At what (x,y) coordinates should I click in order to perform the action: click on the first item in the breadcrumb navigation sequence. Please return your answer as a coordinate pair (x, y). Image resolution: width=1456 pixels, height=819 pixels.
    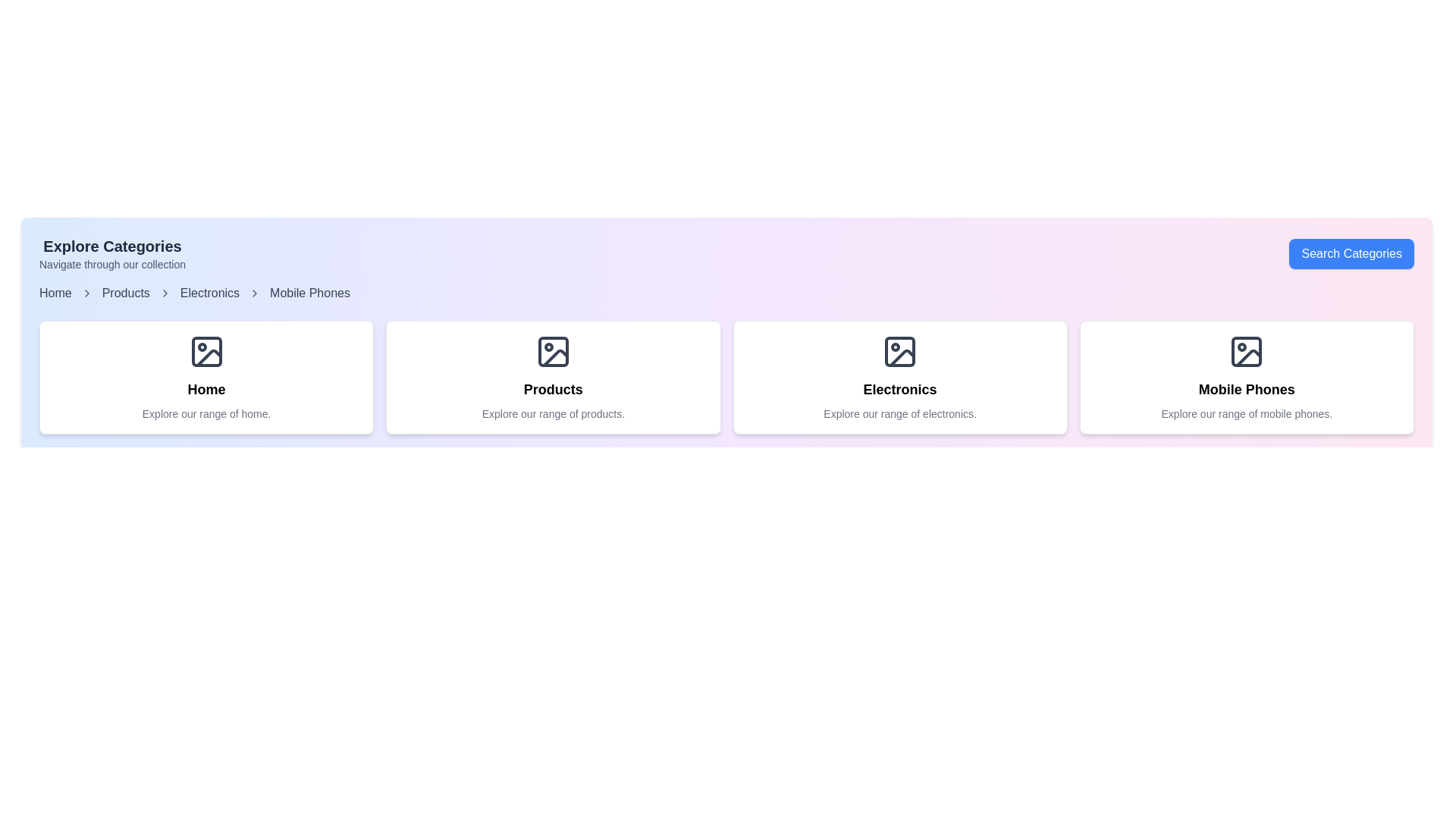
    Looking at the image, I should click on (55, 293).